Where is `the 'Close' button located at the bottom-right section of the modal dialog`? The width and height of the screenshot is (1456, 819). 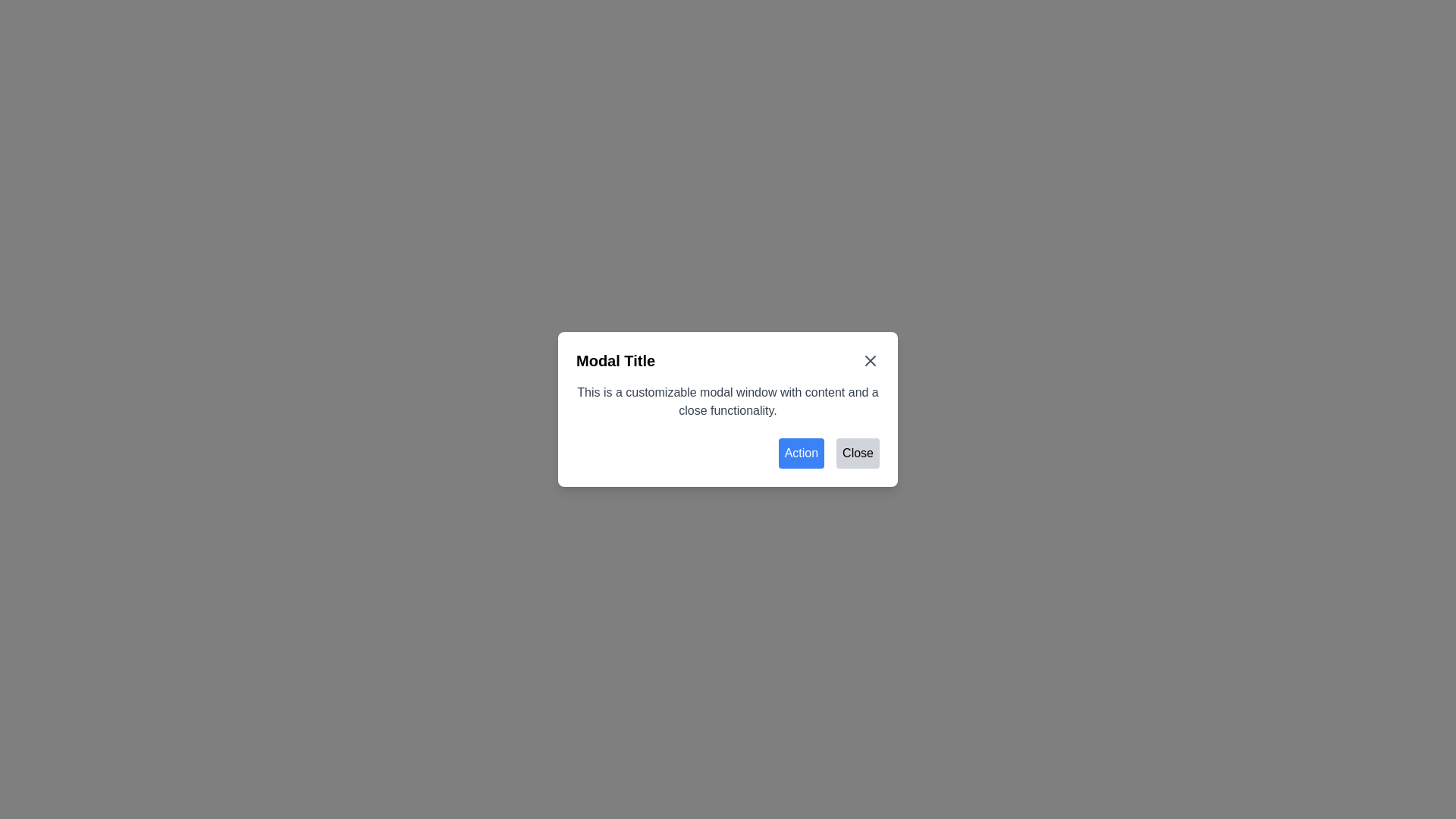
the 'Close' button located at the bottom-right section of the modal dialog is located at coordinates (858, 452).